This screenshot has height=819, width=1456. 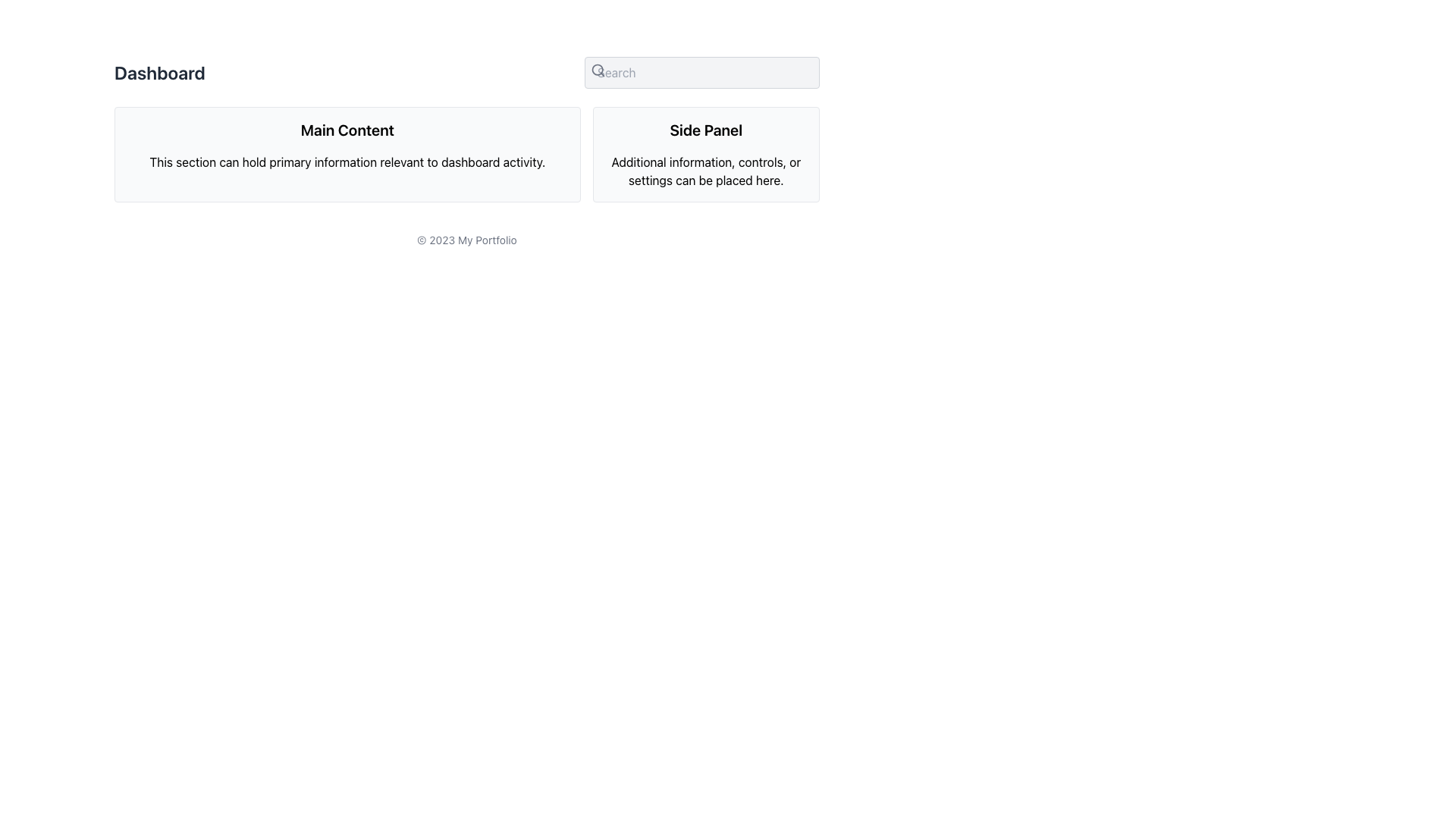 What do you see at coordinates (597, 70) in the screenshot?
I see `the search icon located at the top-left corner of the search input field, which signifies the search functionality of the input` at bounding box center [597, 70].